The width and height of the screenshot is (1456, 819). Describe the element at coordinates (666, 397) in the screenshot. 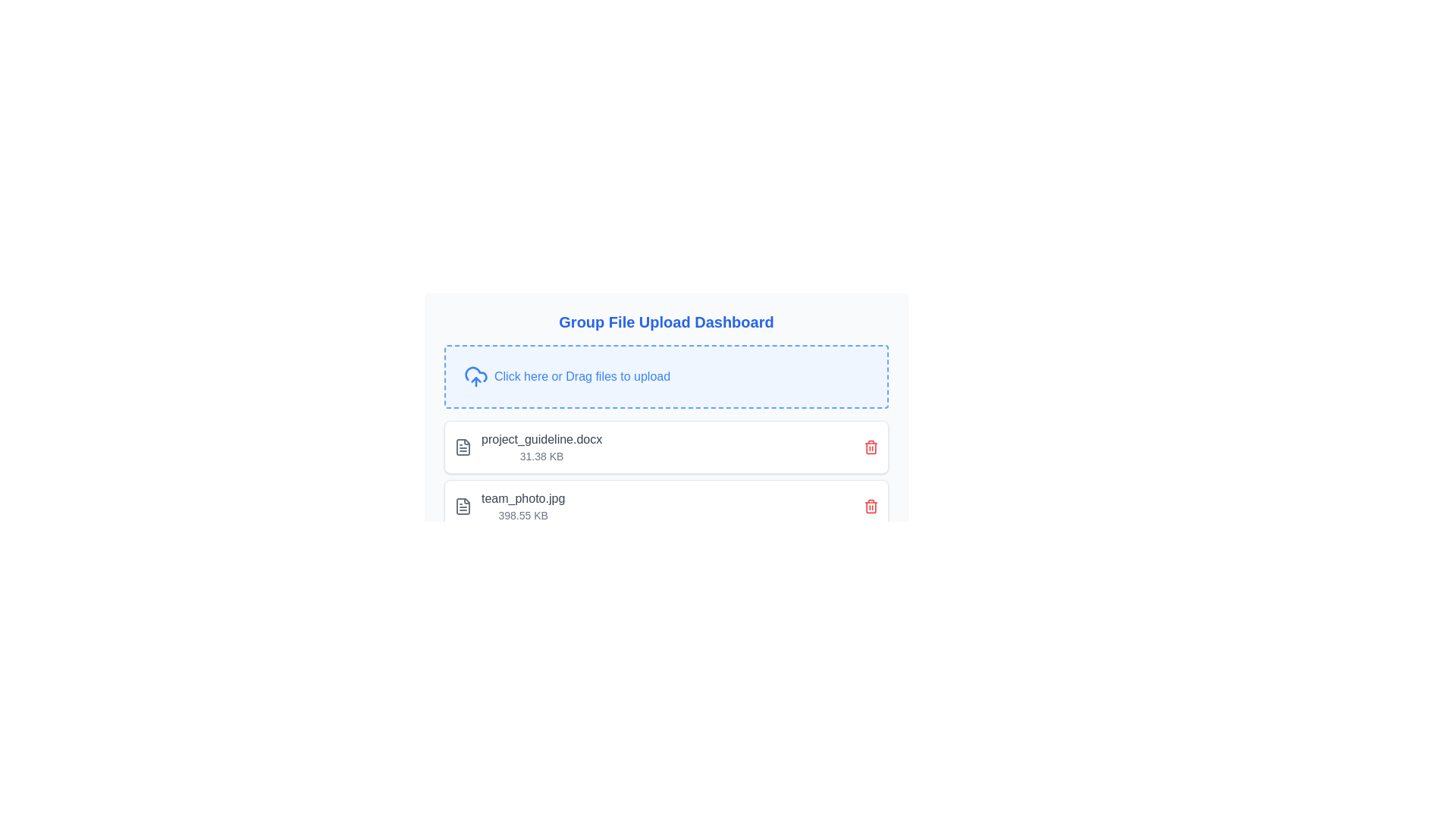

I see `the File Upload Area located in the Group File Upload Dashboard` at that location.